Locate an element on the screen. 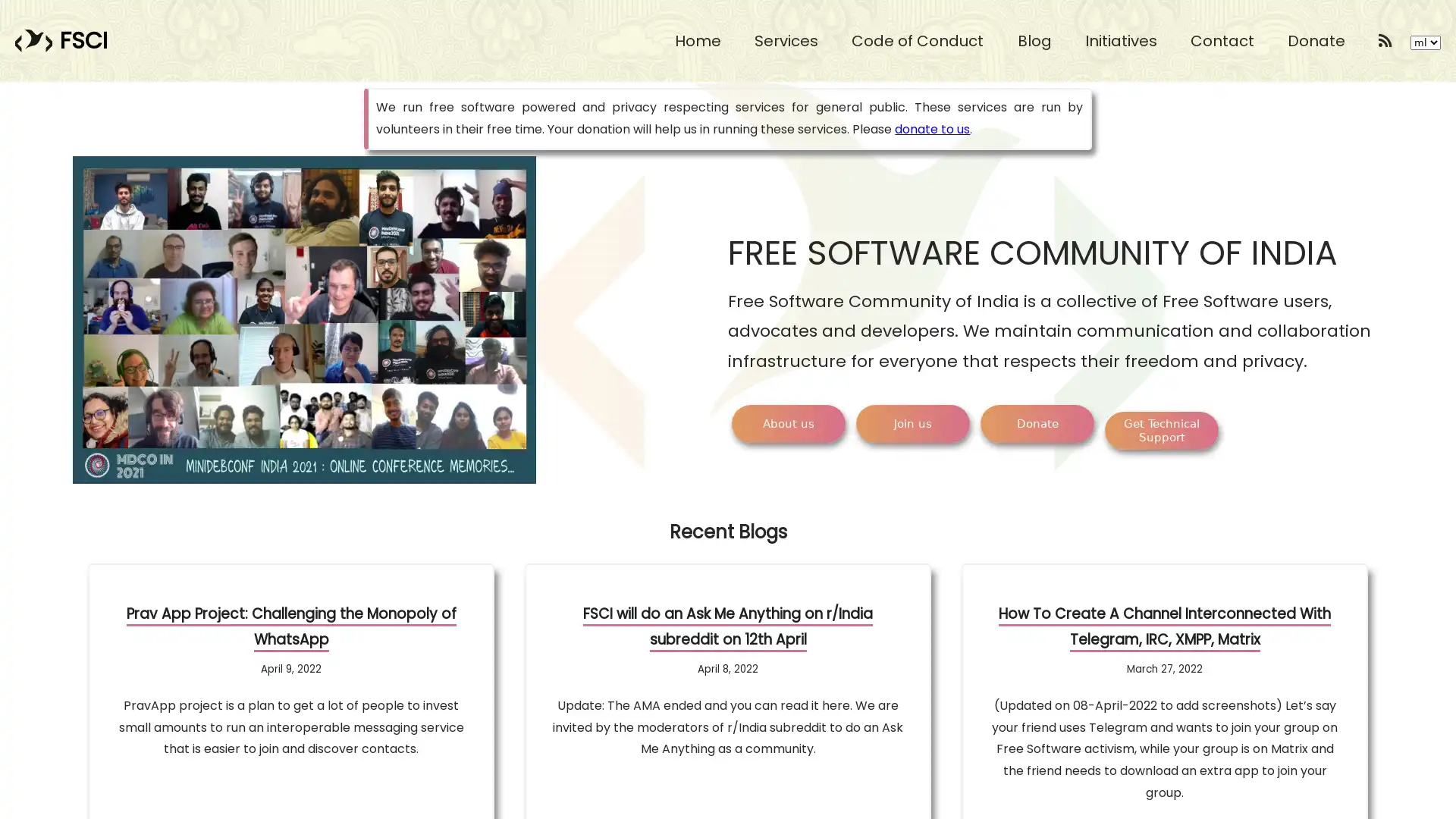 The height and width of the screenshot is (819, 1456). Donate is located at coordinates (1037, 423).